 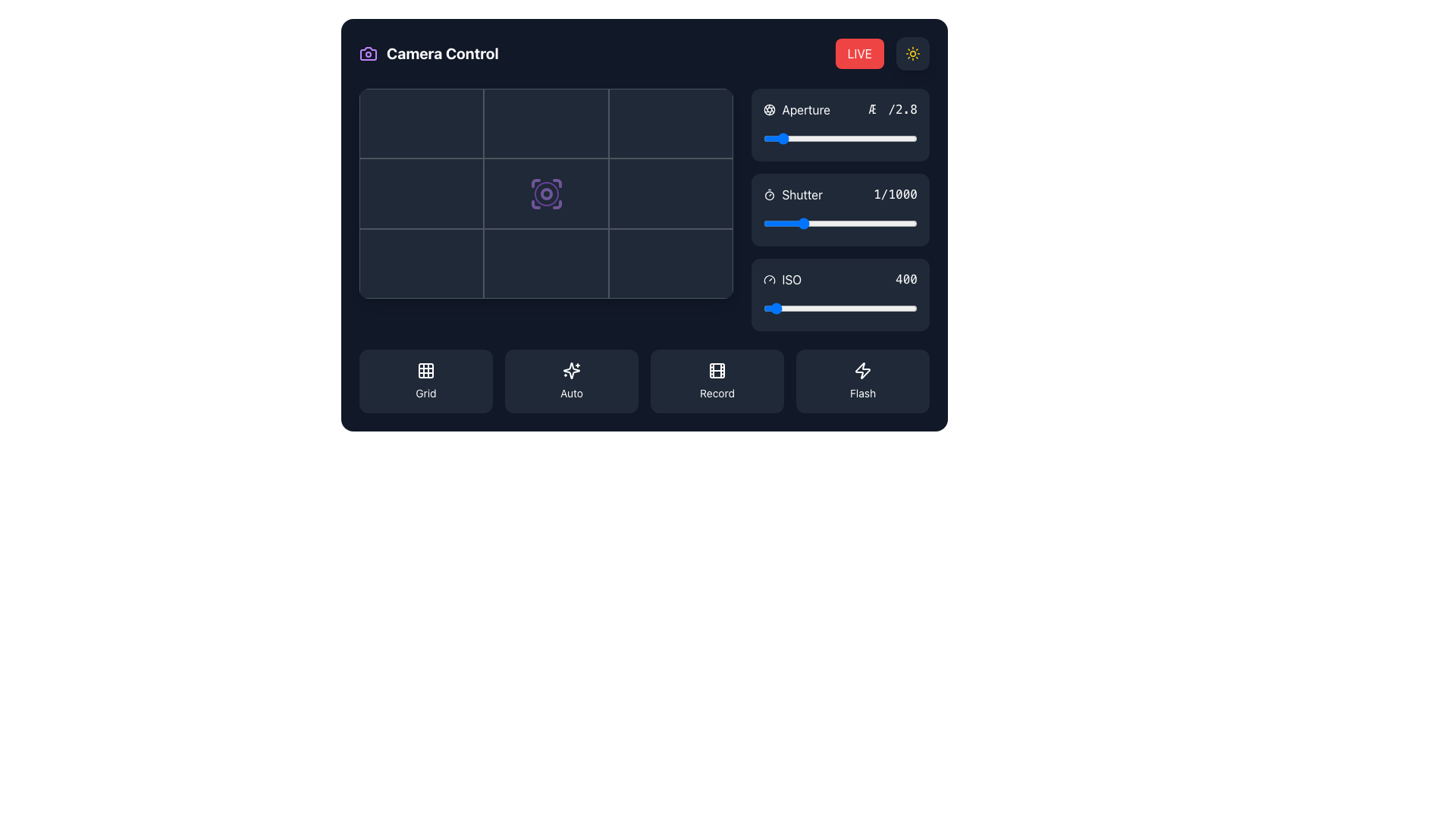 What do you see at coordinates (842, 223) in the screenshot?
I see `the shutter speed` at bounding box center [842, 223].